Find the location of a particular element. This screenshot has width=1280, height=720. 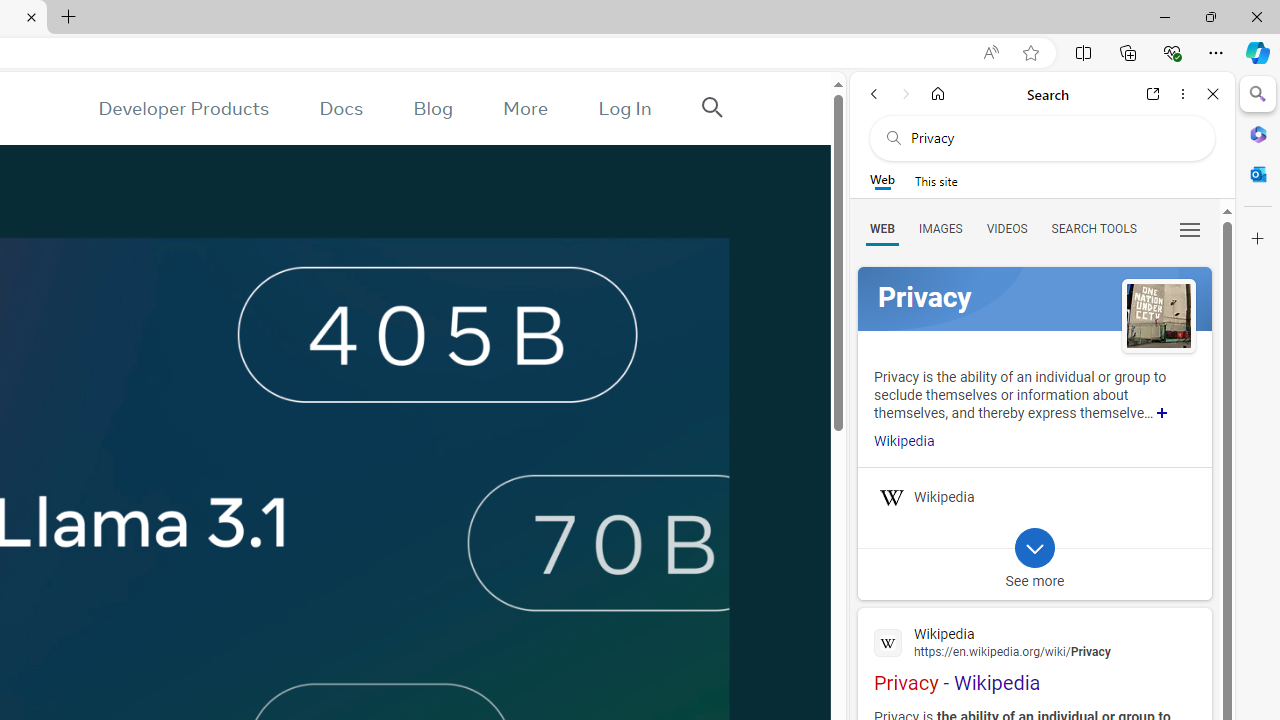

'Developer Products' is located at coordinates (183, 108).